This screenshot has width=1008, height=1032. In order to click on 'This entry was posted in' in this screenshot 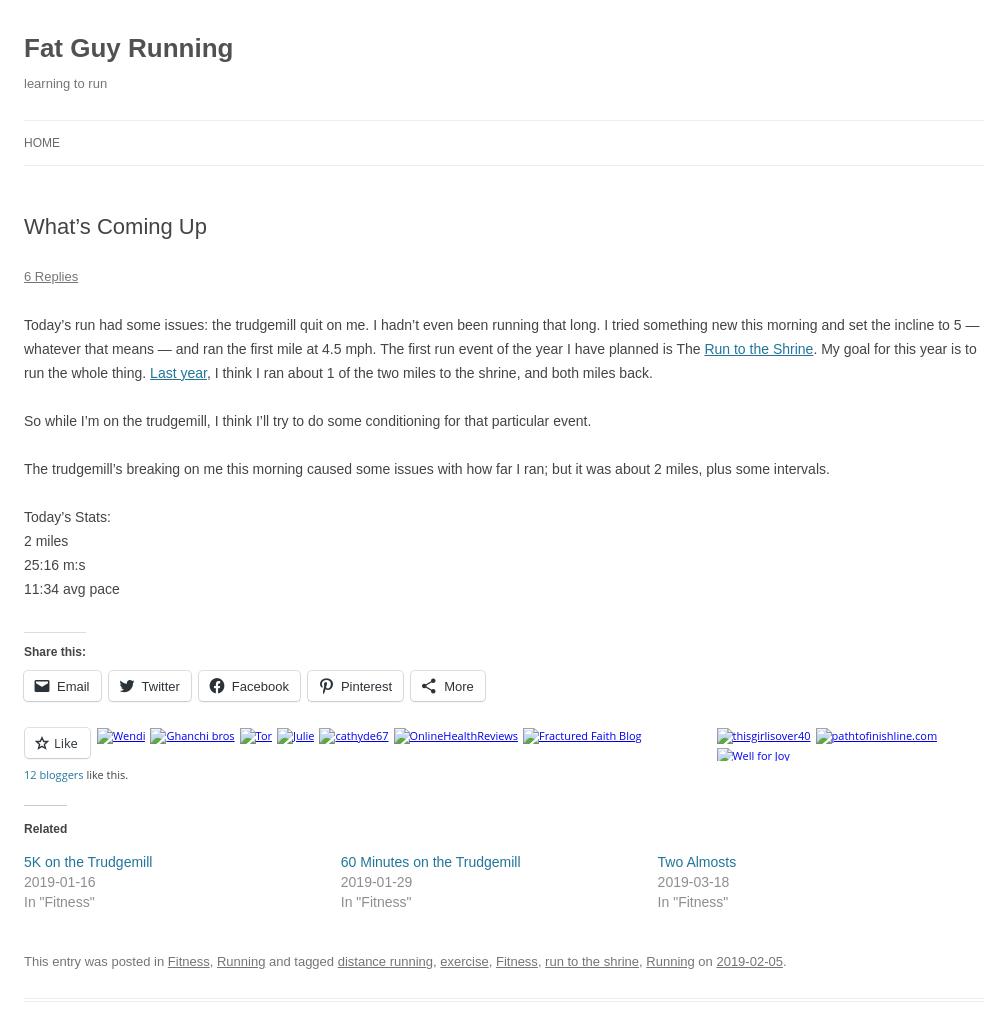, I will do `click(23, 960)`.